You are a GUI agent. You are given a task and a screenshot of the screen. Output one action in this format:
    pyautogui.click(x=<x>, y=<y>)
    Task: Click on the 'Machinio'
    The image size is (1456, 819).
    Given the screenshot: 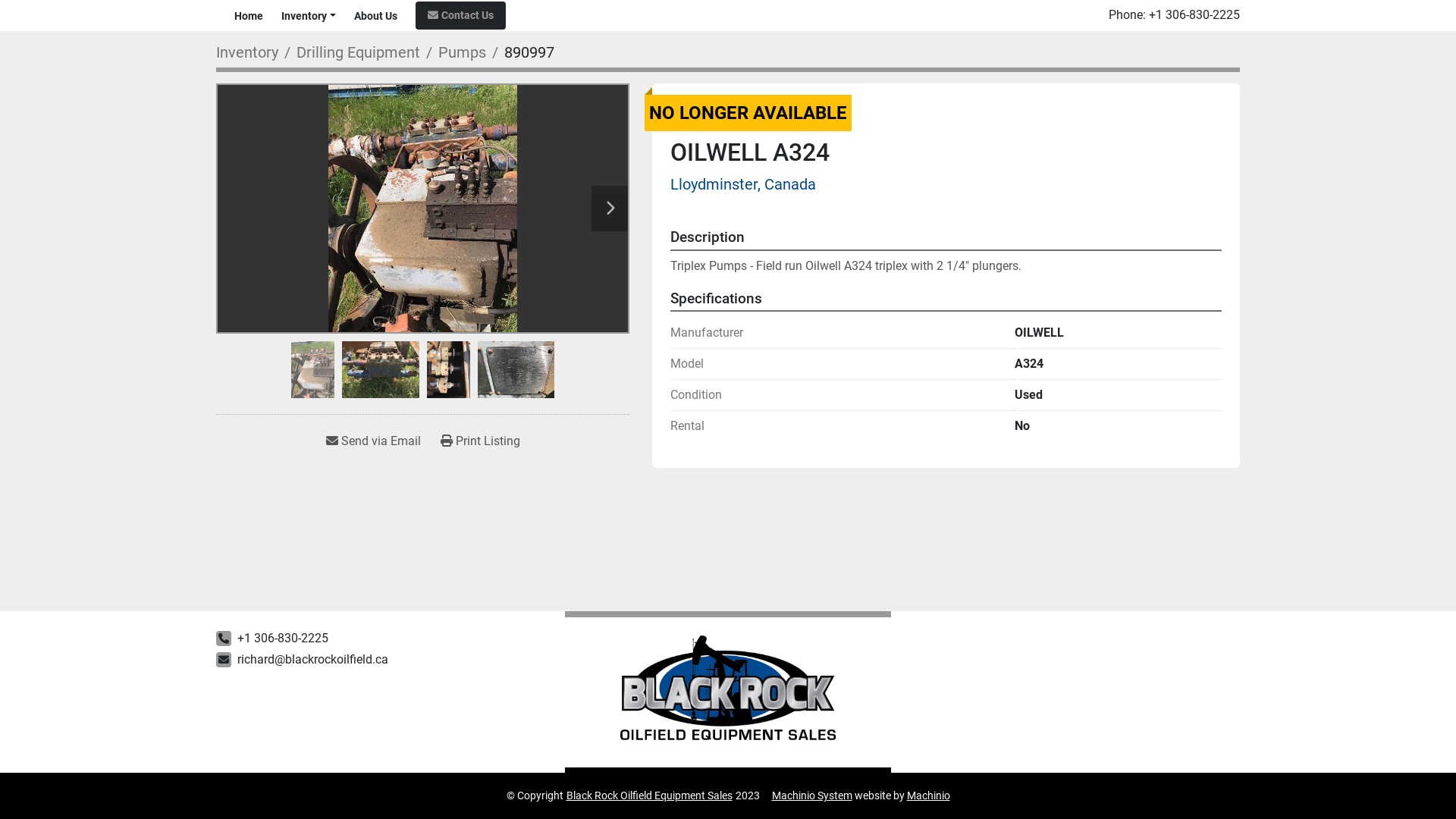 What is the action you would take?
    pyautogui.click(x=927, y=795)
    